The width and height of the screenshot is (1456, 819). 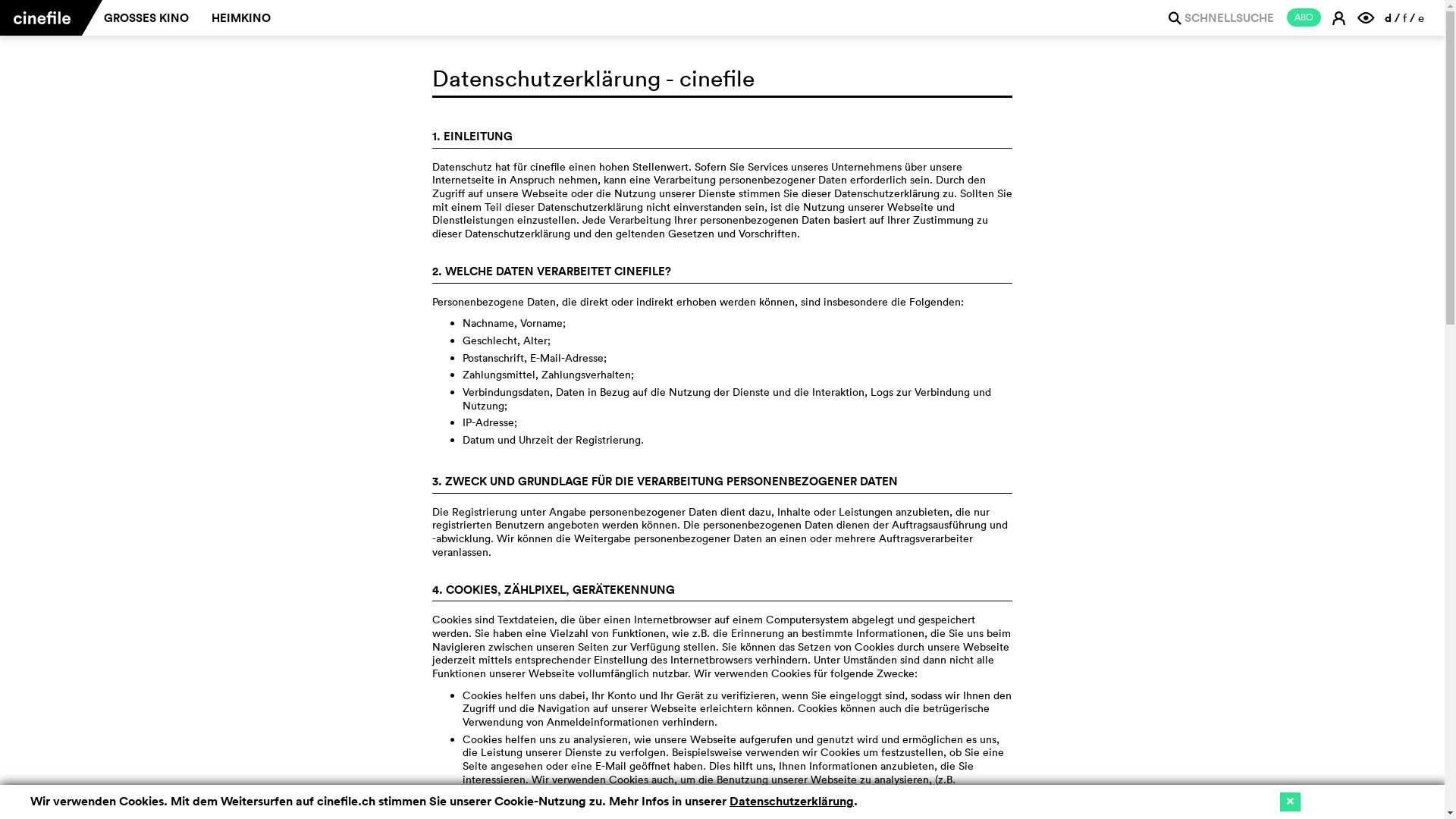 What do you see at coordinates (1367, 17) in the screenshot?
I see `'F'` at bounding box center [1367, 17].